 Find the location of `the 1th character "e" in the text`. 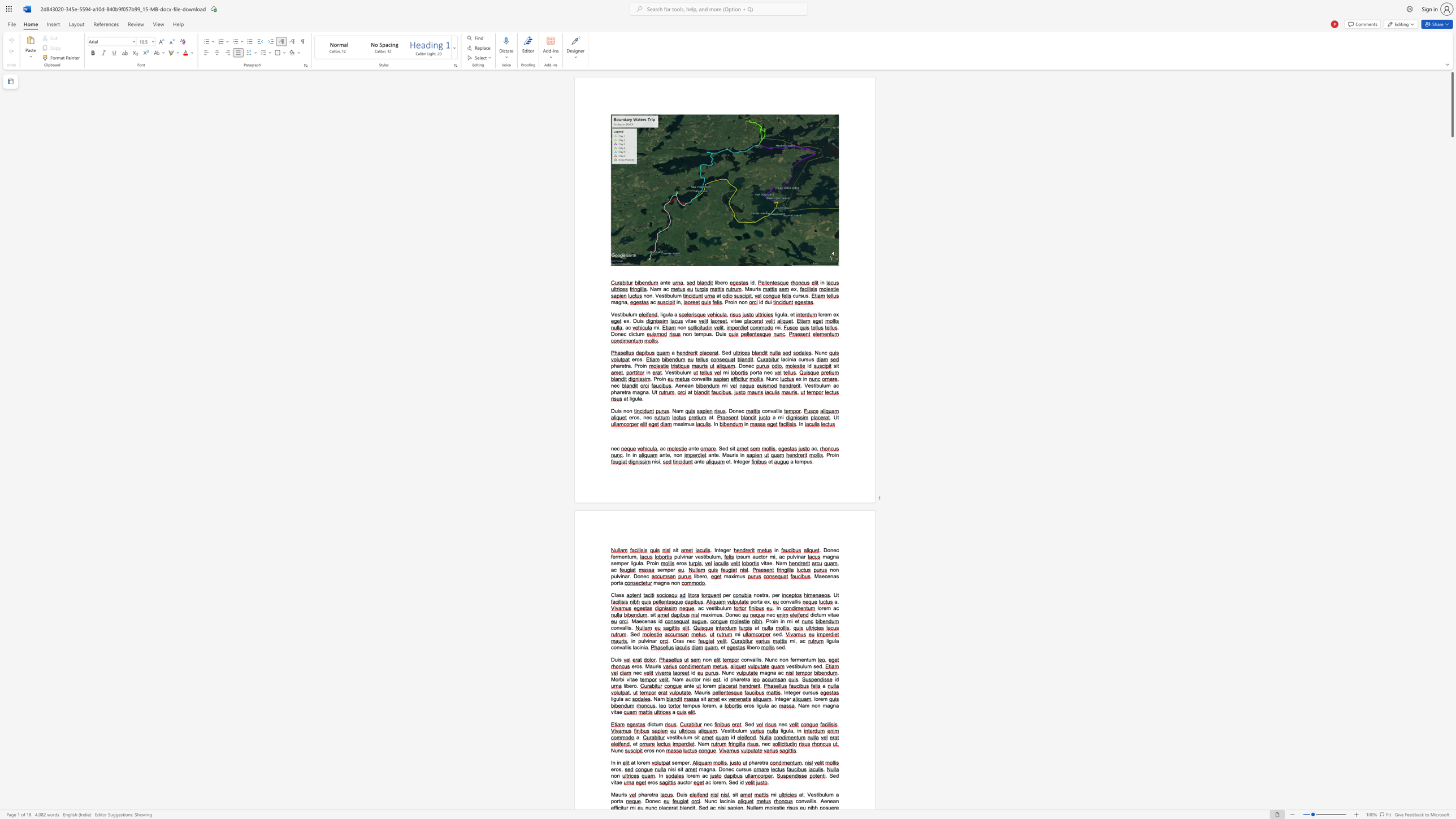

the 1th character "e" in the text is located at coordinates (798, 461).